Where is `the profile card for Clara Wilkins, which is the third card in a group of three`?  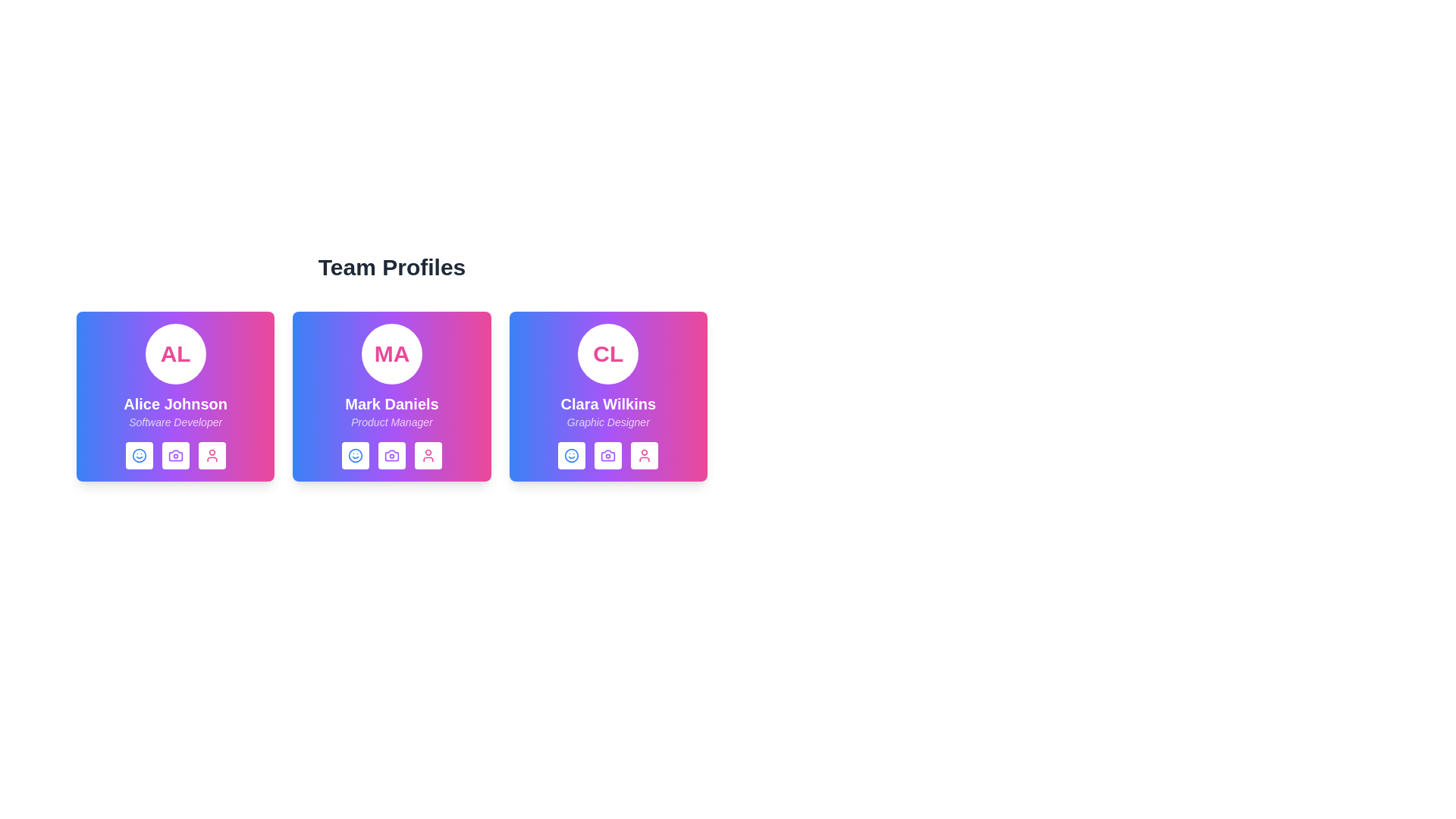
the profile card for Clara Wilkins, which is the third card in a group of three is located at coordinates (608, 396).